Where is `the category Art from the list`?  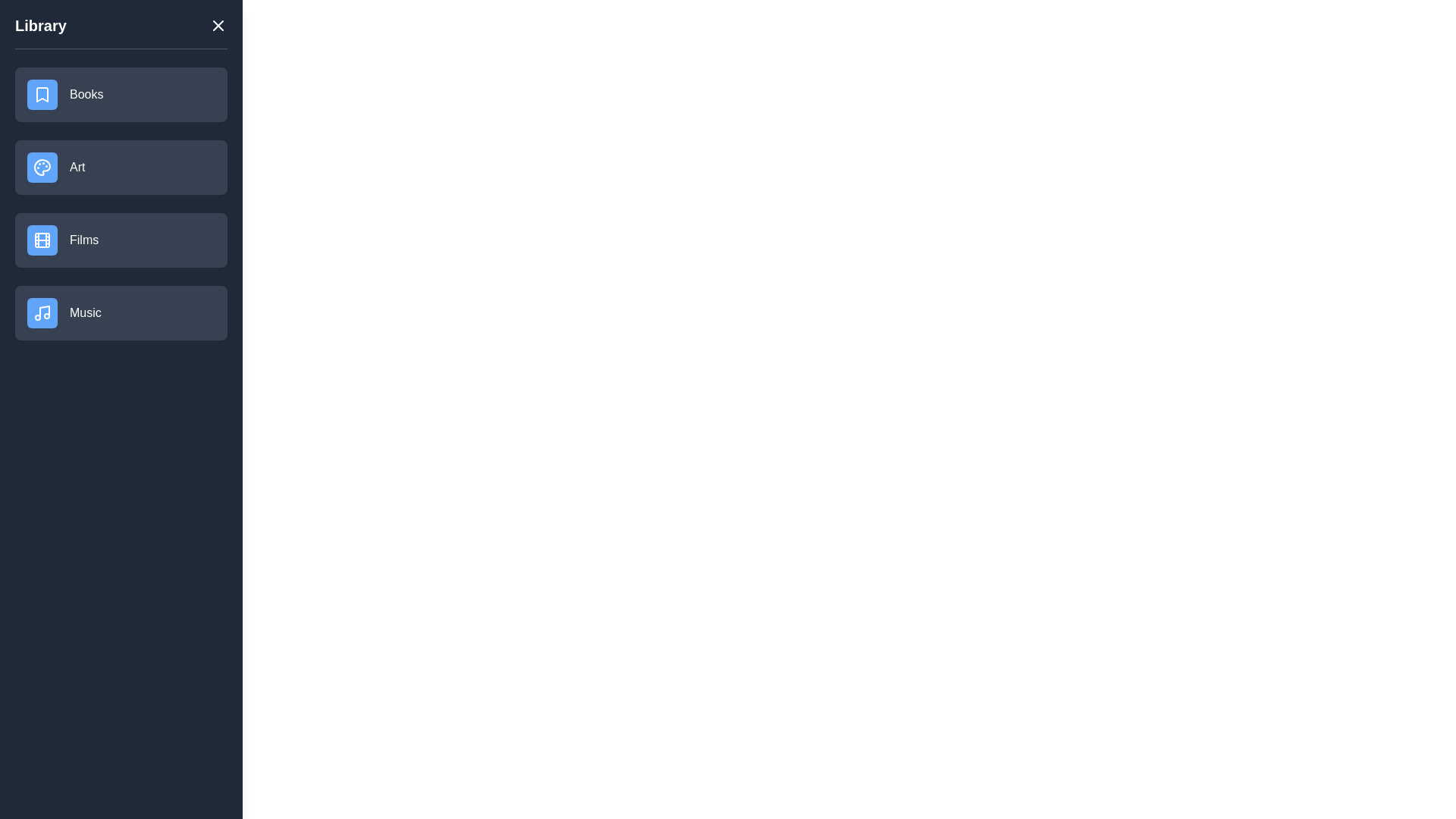 the category Art from the list is located at coordinates (120, 167).